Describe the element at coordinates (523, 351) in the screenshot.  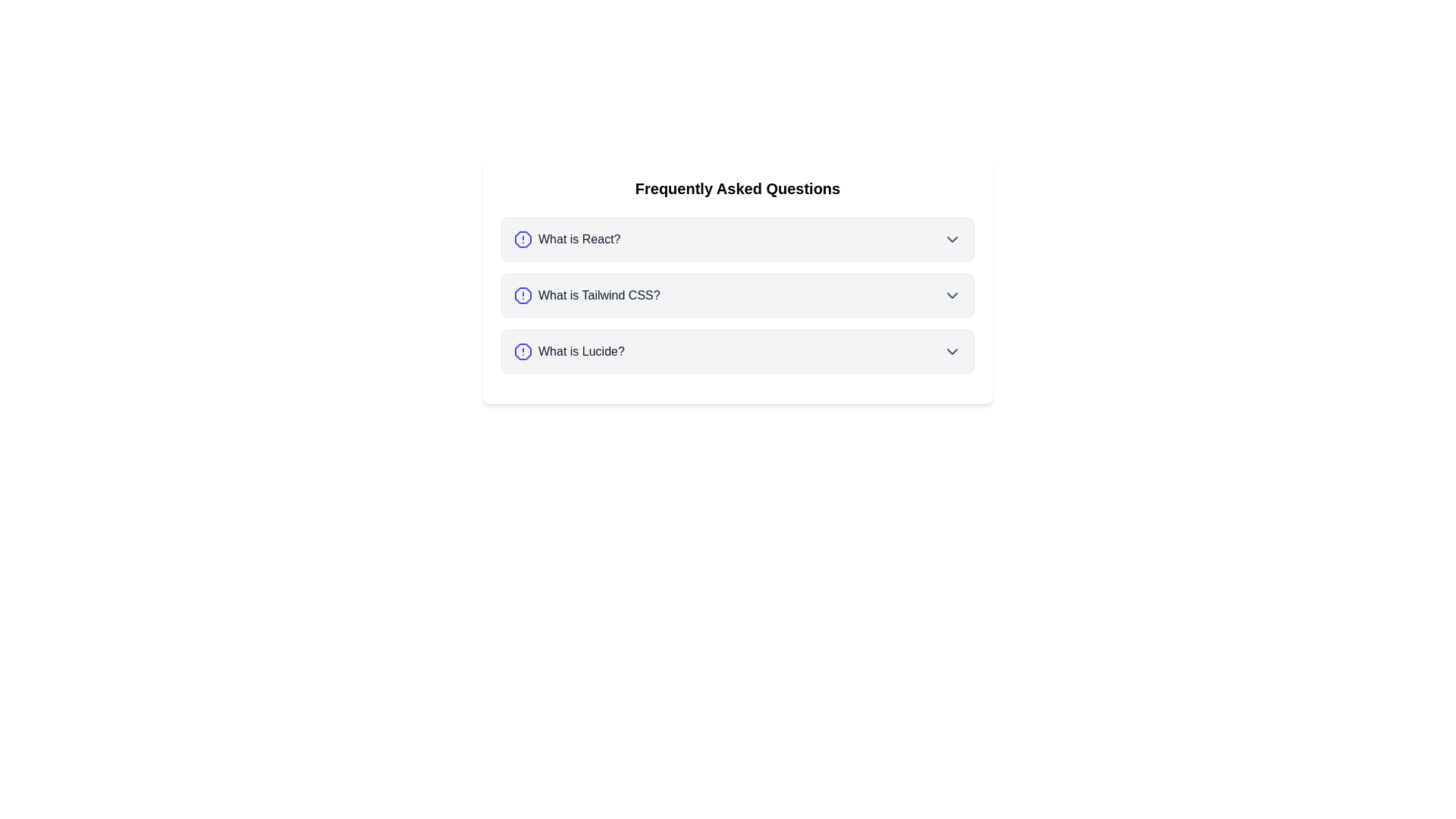
I see `the compact octagon icon with a blue outline and an alert symbol, located within the 'What is Lucide?' entry of the FAQ section` at that location.